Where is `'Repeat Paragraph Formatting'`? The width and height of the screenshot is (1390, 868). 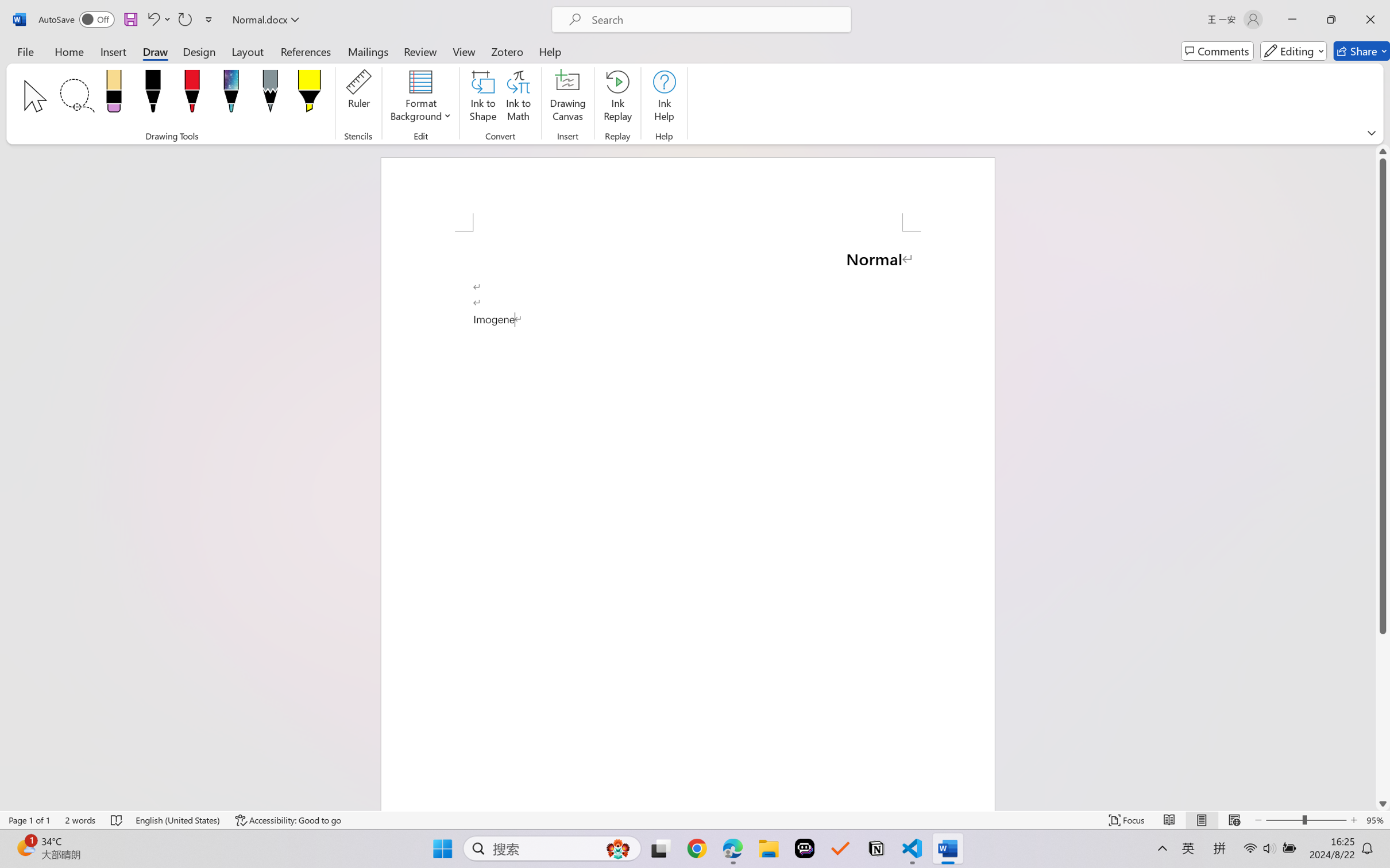
'Repeat Paragraph Formatting' is located at coordinates (184, 19).